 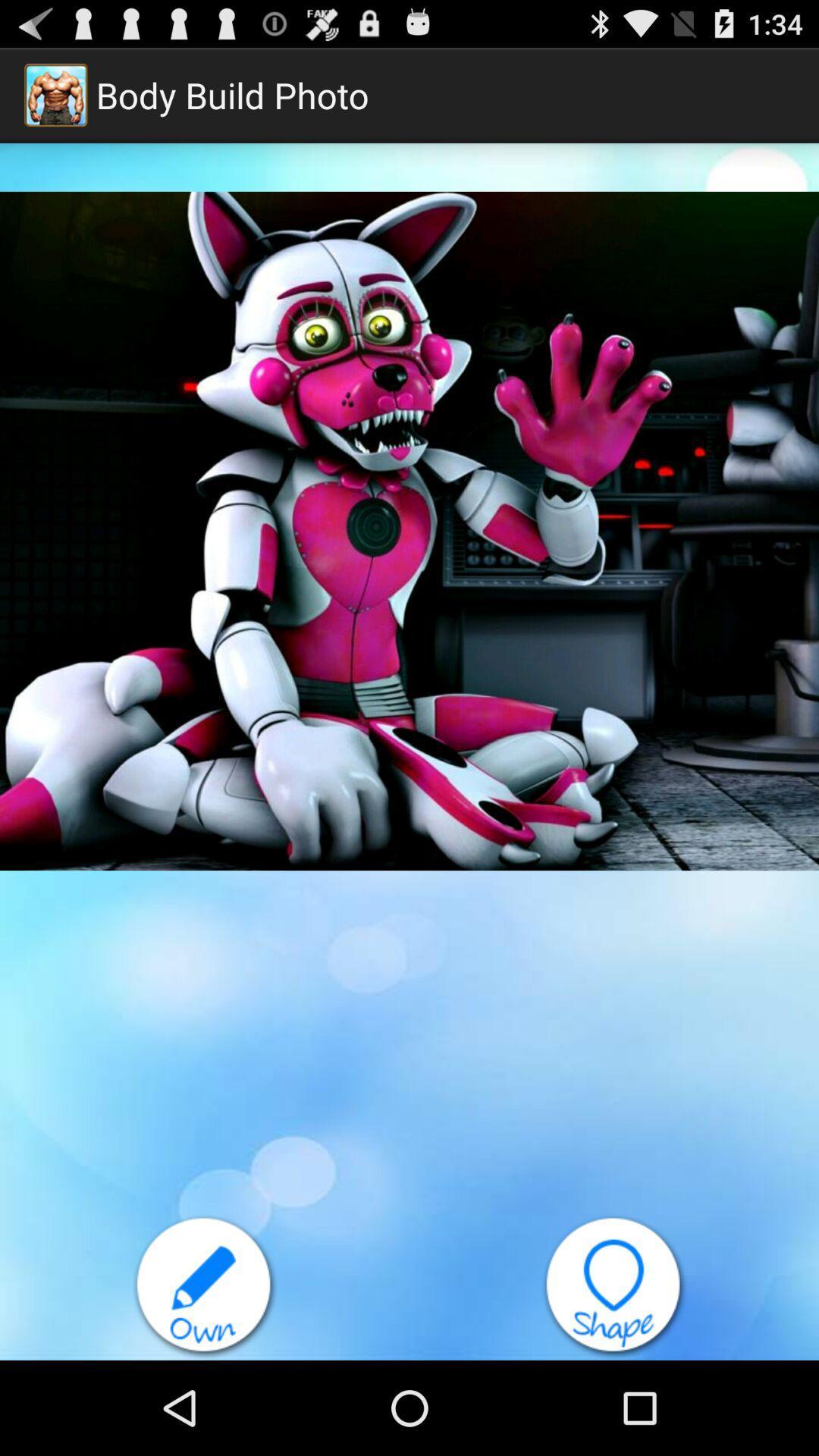 I want to click on icon at the bottom right corner, so click(x=614, y=1286).